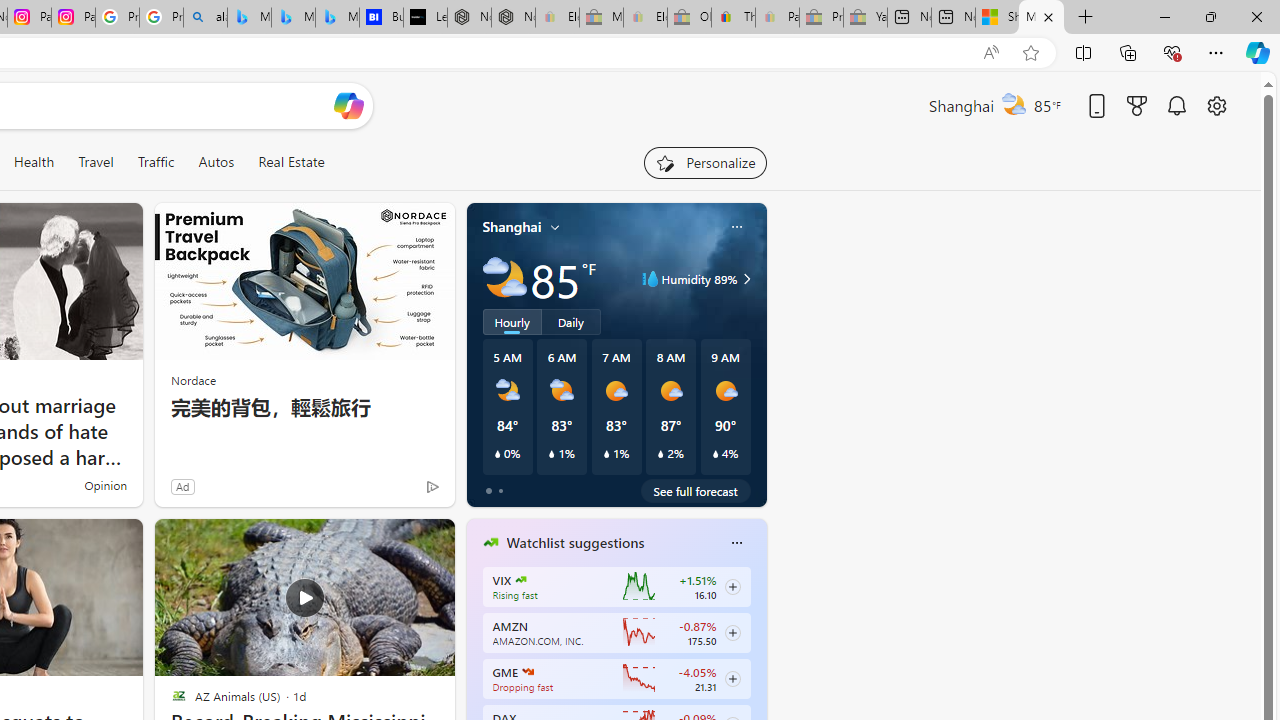 The height and width of the screenshot is (720, 1280). What do you see at coordinates (715, 453) in the screenshot?
I see `'Class: weather-current-precipitation-glyph'` at bounding box center [715, 453].